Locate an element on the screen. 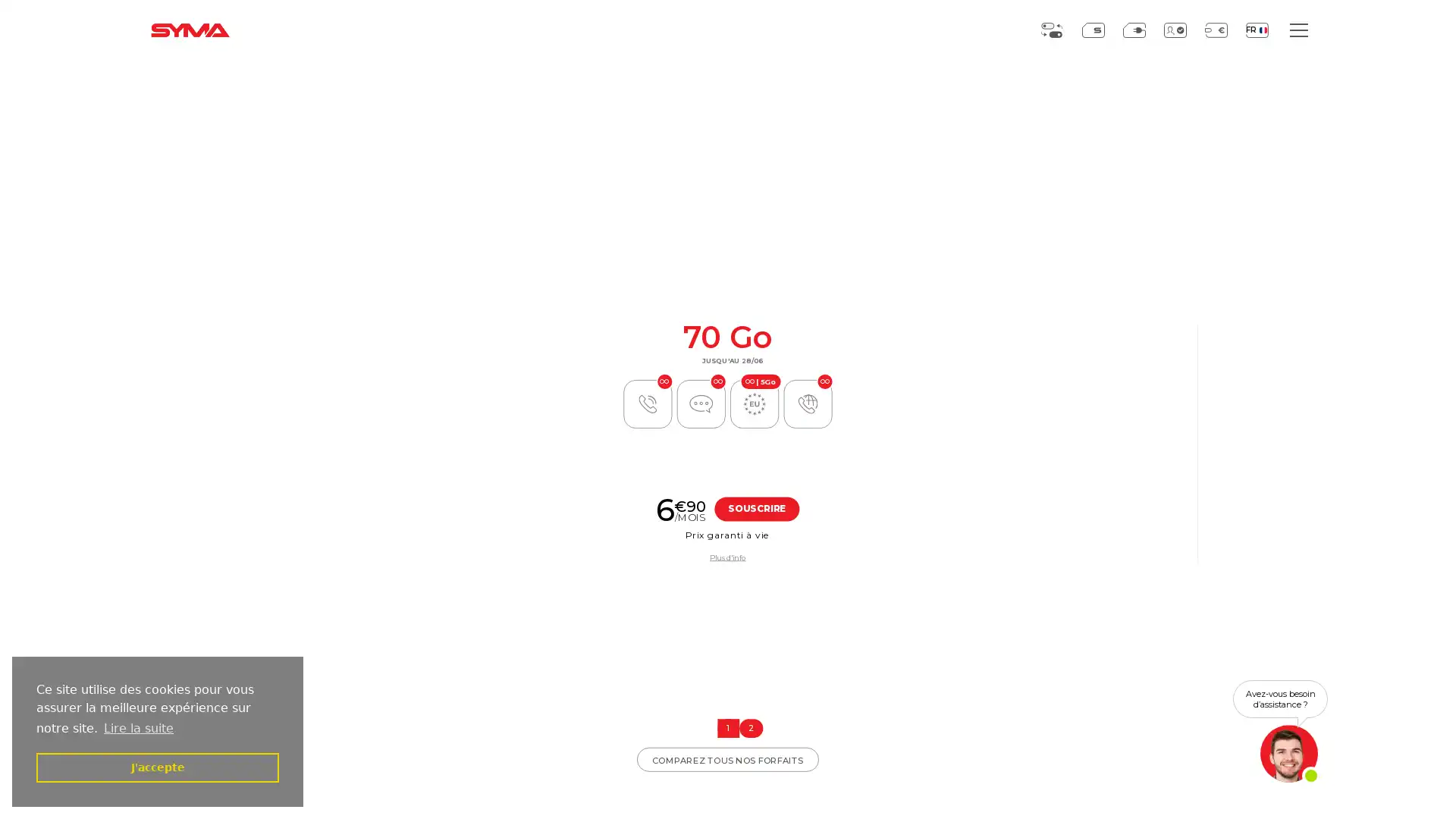 This screenshot has height=819, width=1456. dismiss cookie message is located at coordinates (157, 767).